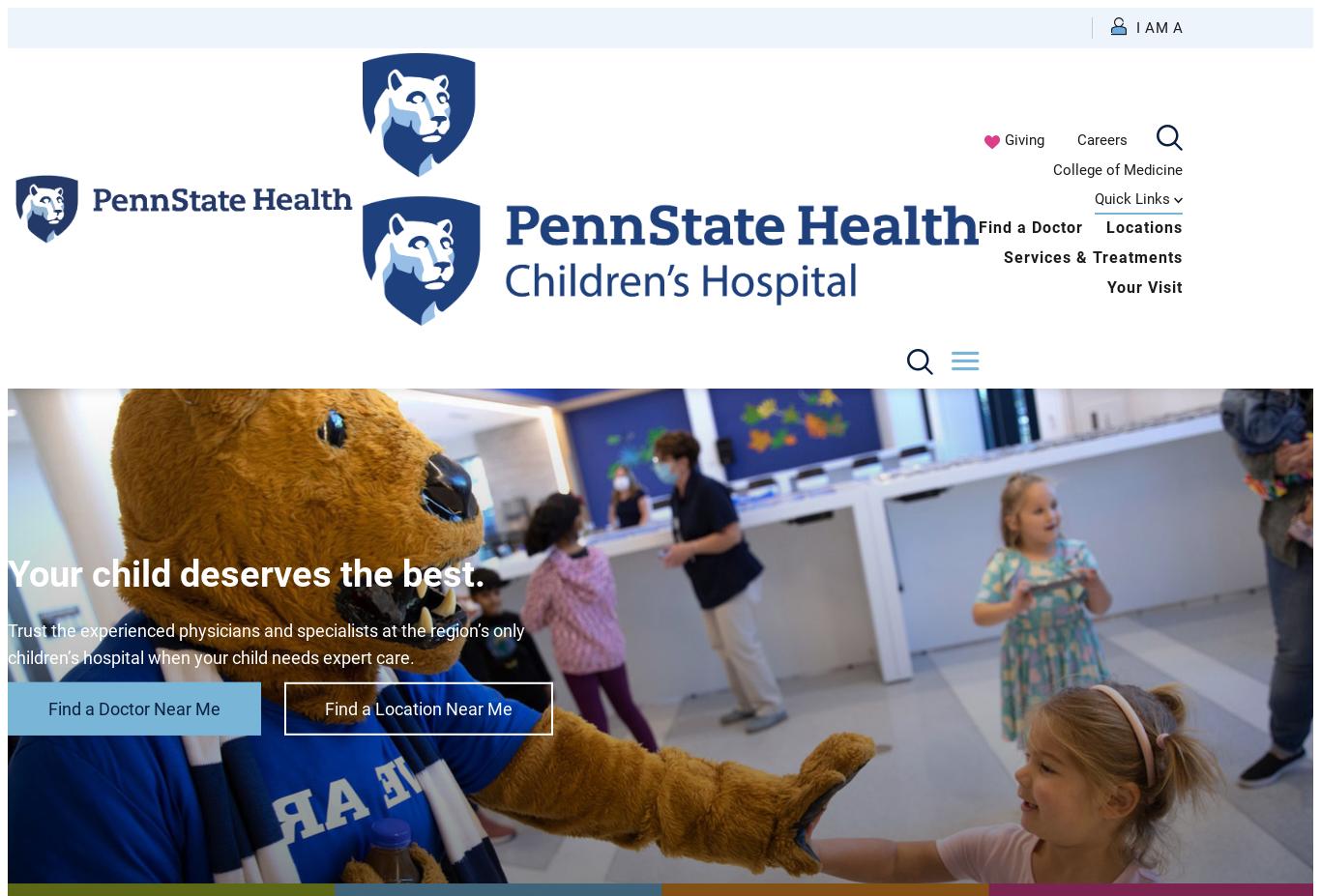 This screenshot has width=1321, height=896. What do you see at coordinates (981, 301) in the screenshot?
I see `'Pay My Bill'` at bounding box center [981, 301].